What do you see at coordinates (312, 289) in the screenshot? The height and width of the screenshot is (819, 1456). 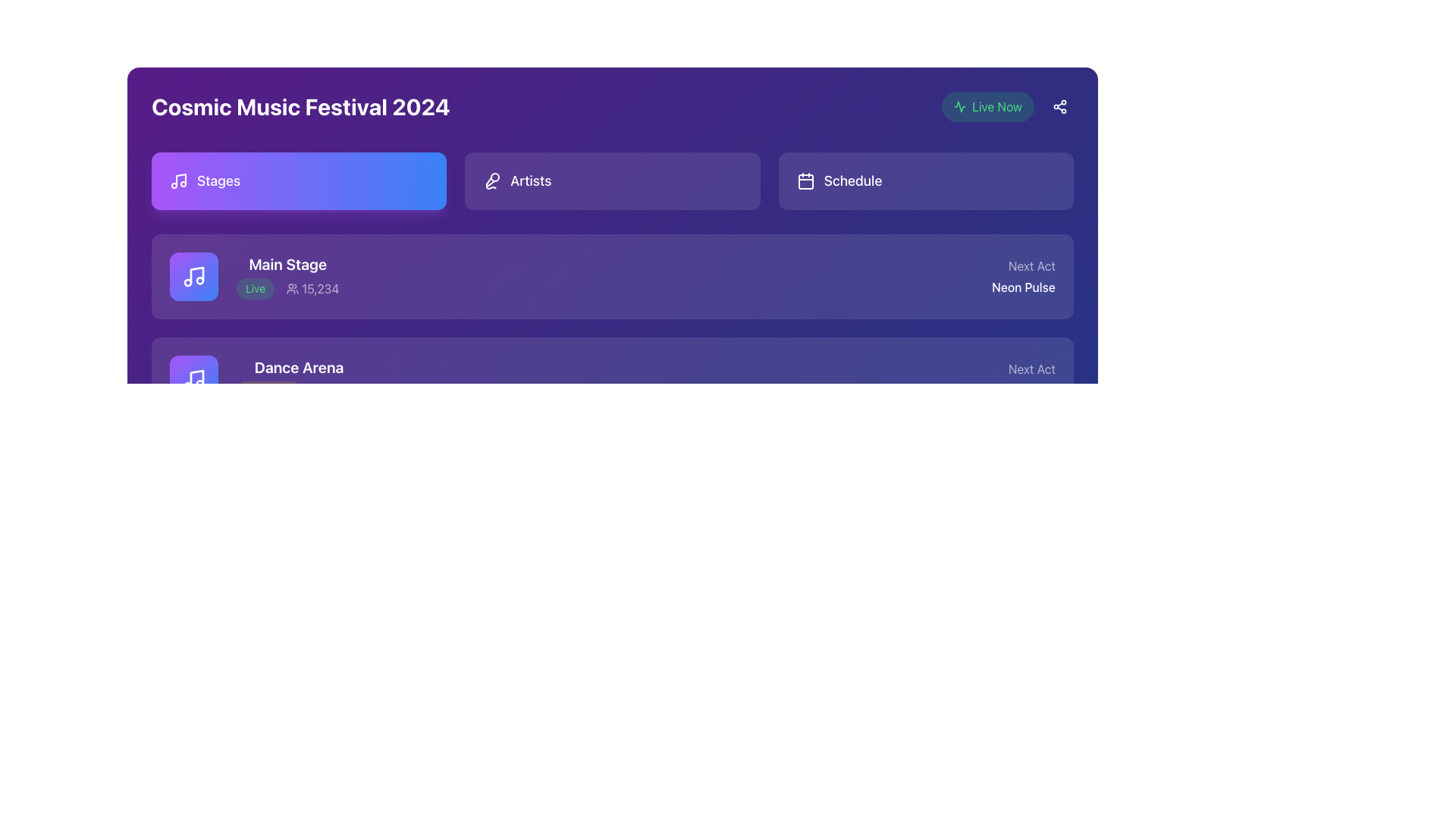 I see `the small text label displaying the number '15,234' in white, which is located in the 'Main Stage' section, to the right of the green 'Live' badge` at bounding box center [312, 289].